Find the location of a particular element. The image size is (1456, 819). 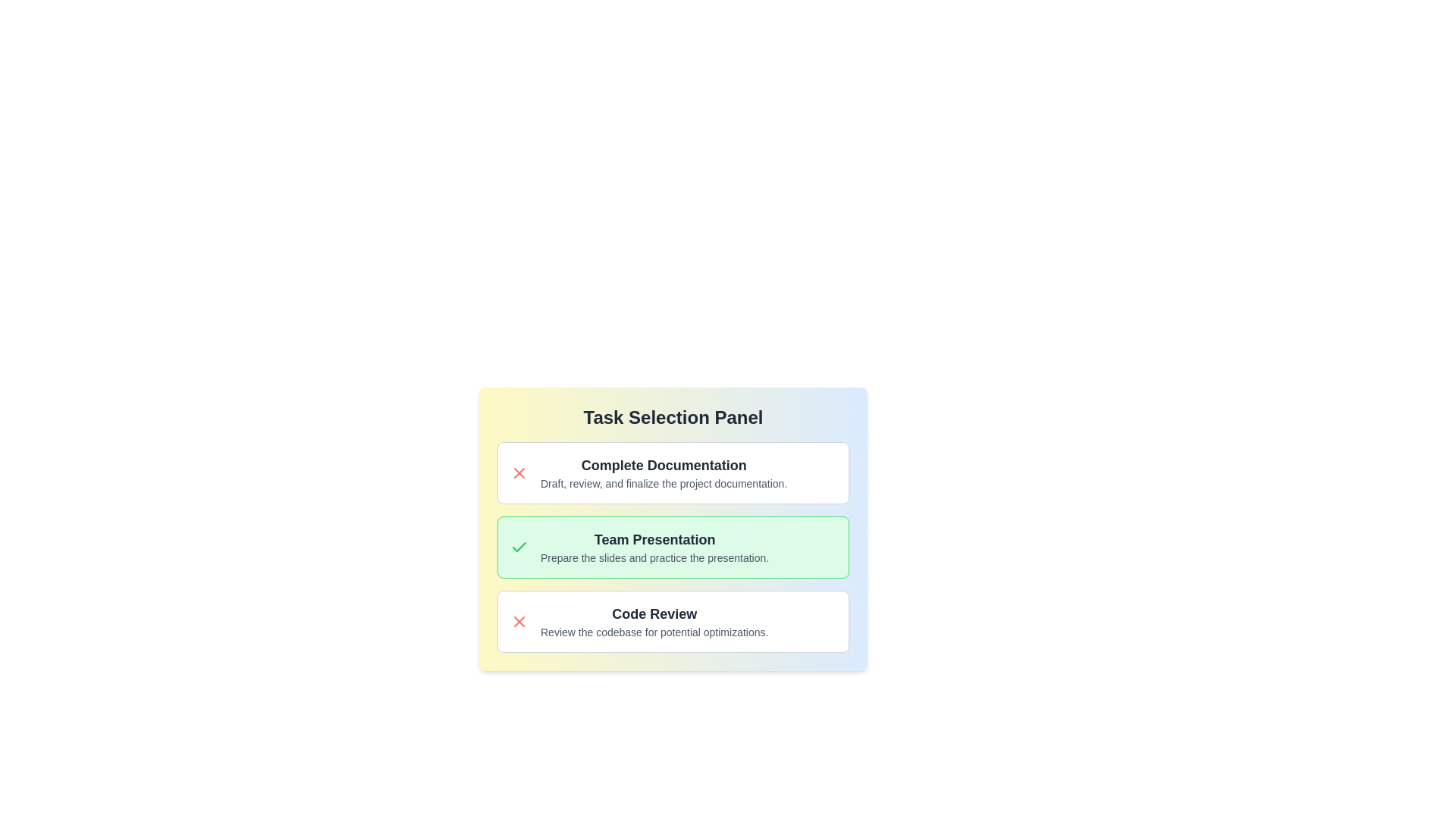

the third selectable card located is located at coordinates (673, 622).